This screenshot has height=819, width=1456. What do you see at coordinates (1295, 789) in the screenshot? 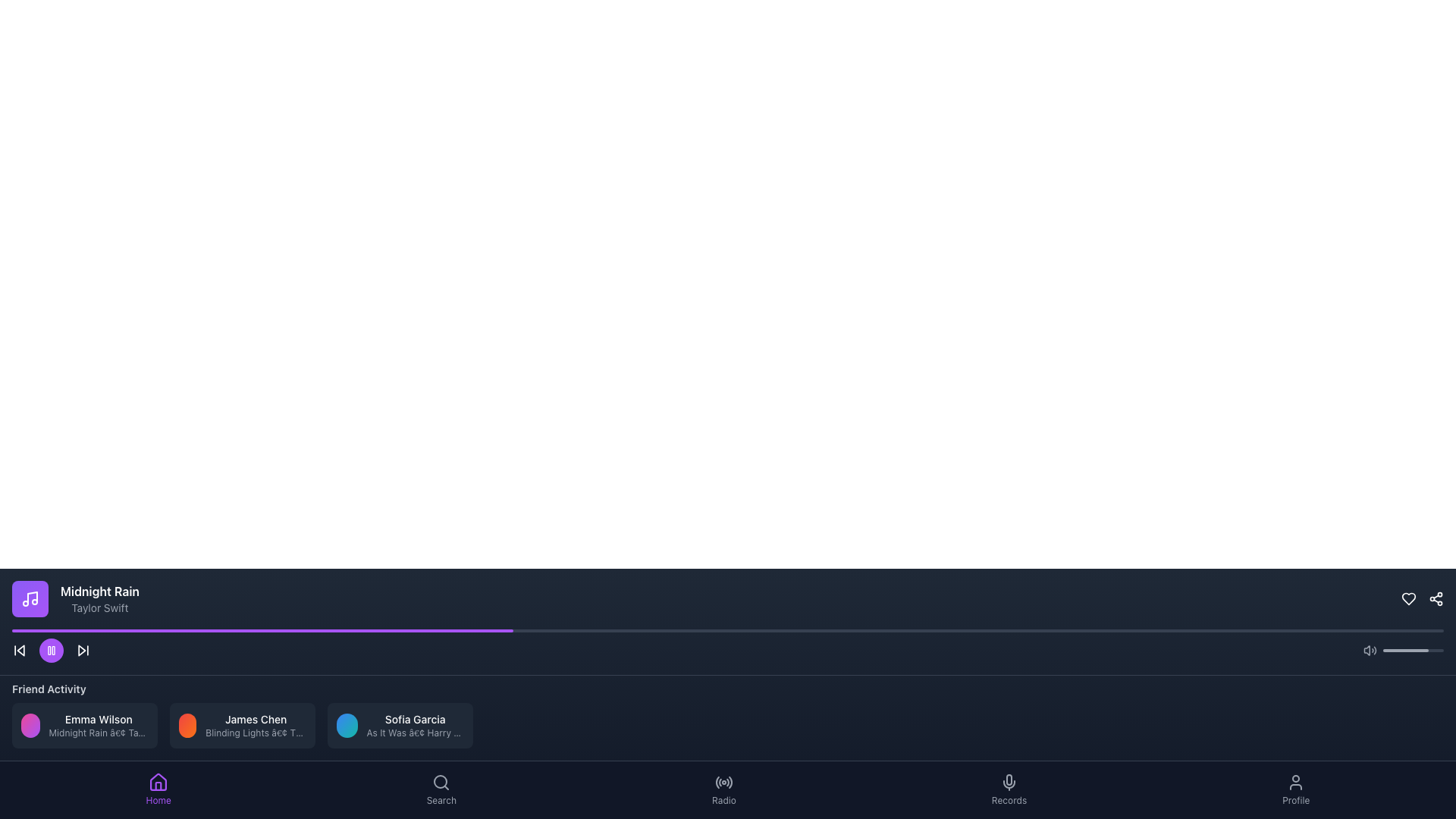
I see `the user profile button located at the rightmost position in the navigation bar at the bottom of the application` at bounding box center [1295, 789].